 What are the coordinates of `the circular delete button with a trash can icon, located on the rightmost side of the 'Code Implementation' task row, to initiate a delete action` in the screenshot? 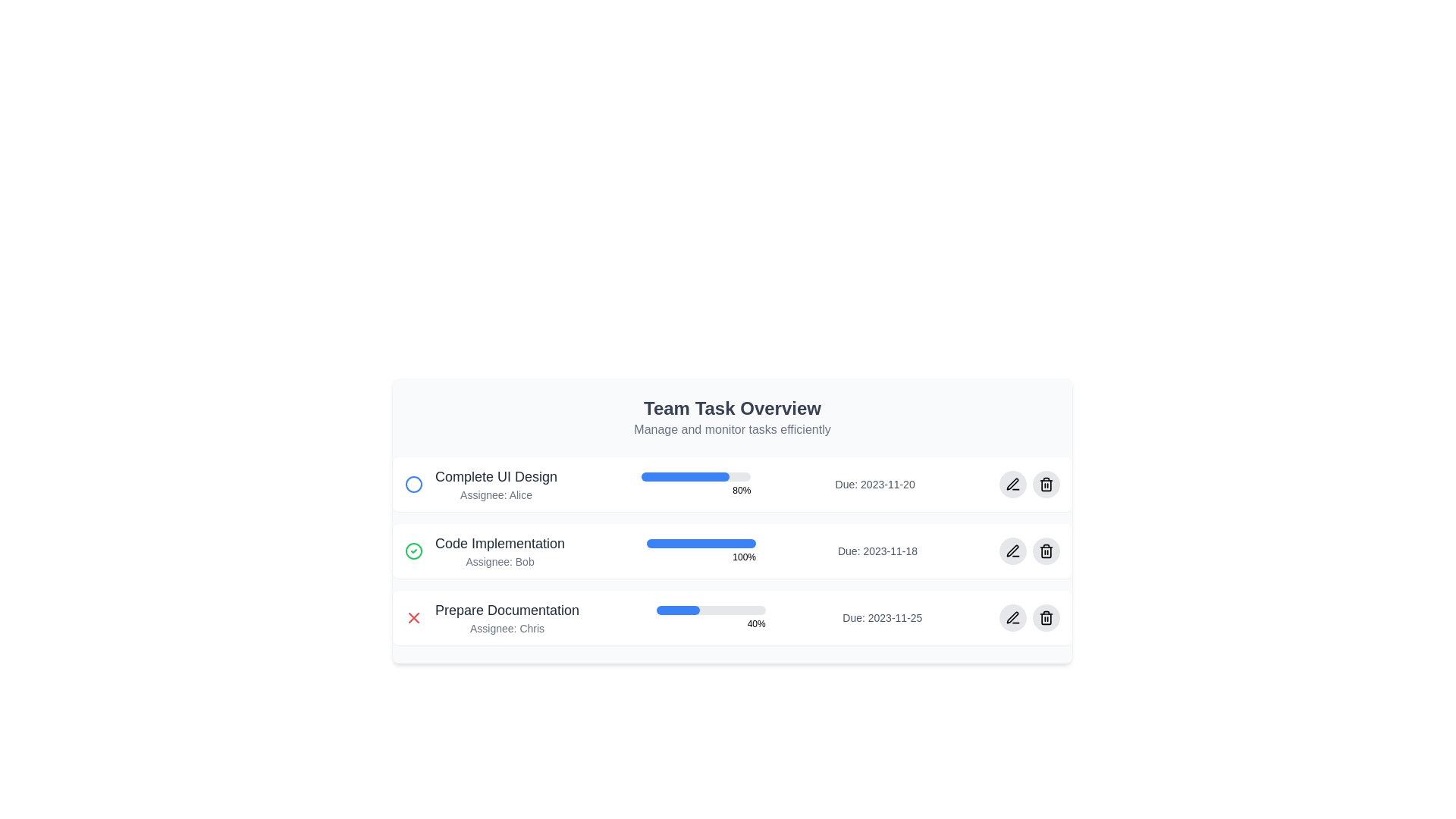 It's located at (1045, 551).